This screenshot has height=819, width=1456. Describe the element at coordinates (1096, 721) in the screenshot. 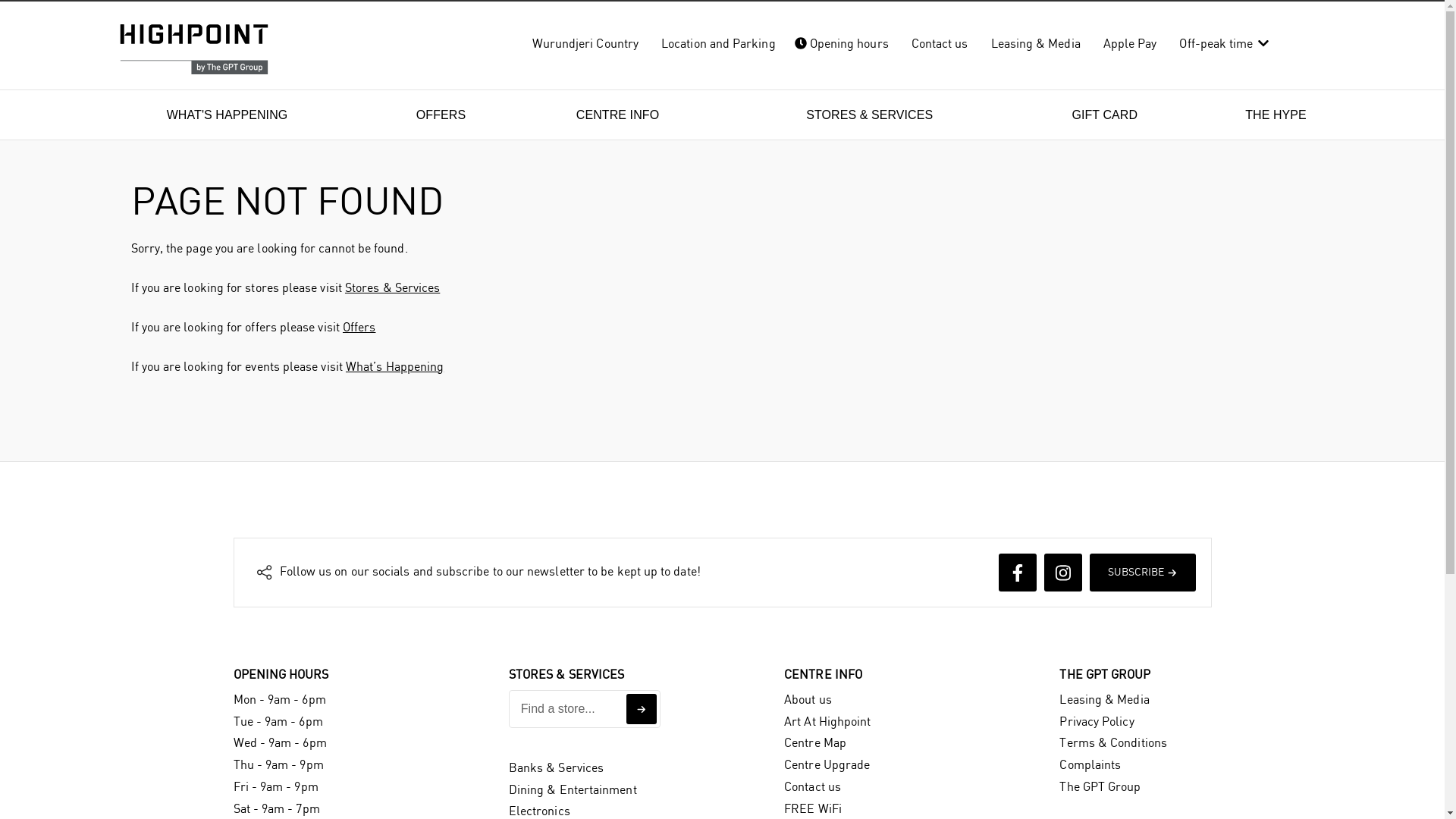

I see `'Privacy Policy'` at that location.